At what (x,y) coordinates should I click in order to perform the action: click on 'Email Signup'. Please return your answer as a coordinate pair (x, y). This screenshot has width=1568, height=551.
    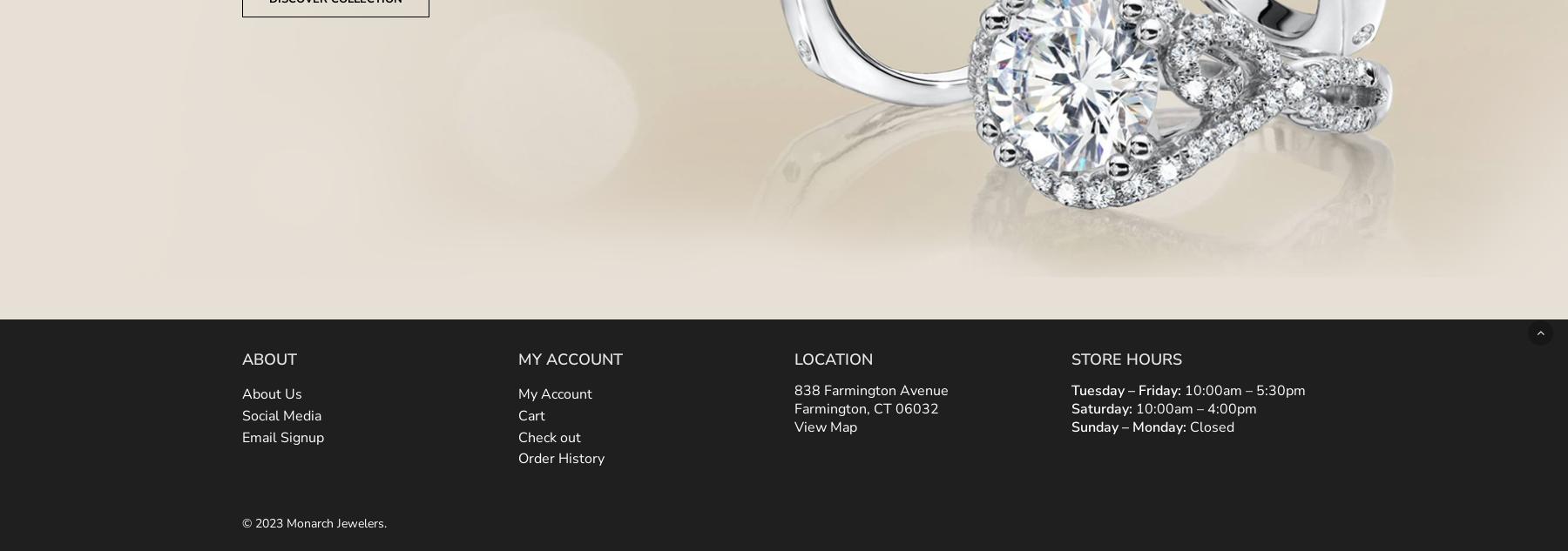
    Looking at the image, I should click on (281, 435).